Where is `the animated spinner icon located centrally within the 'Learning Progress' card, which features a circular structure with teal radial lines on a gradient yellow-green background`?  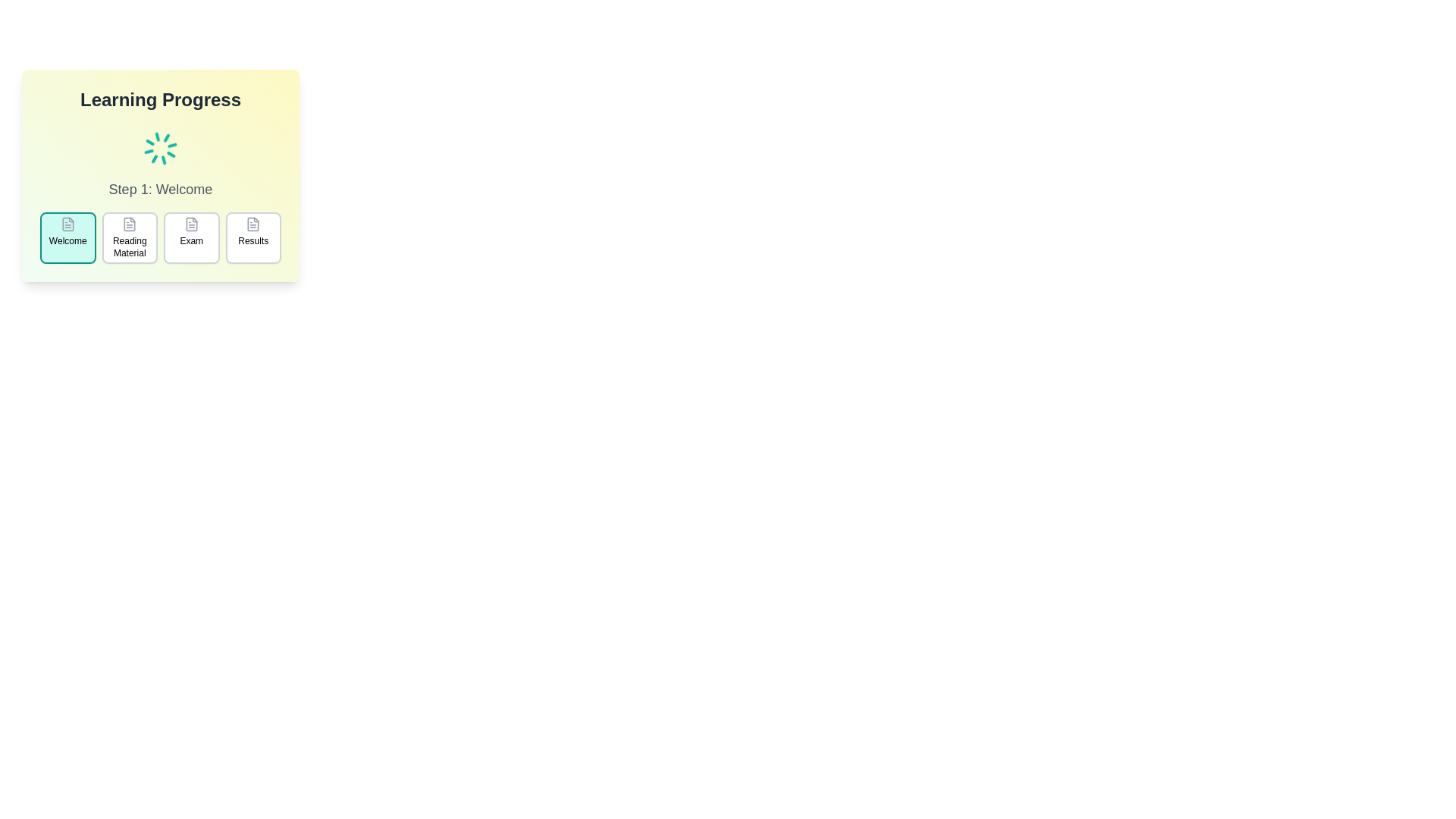 the animated spinner icon located centrally within the 'Learning Progress' card, which features a circular structure with teal radial lines on a gradient yellow-green background is located at coordinates (160, 149).